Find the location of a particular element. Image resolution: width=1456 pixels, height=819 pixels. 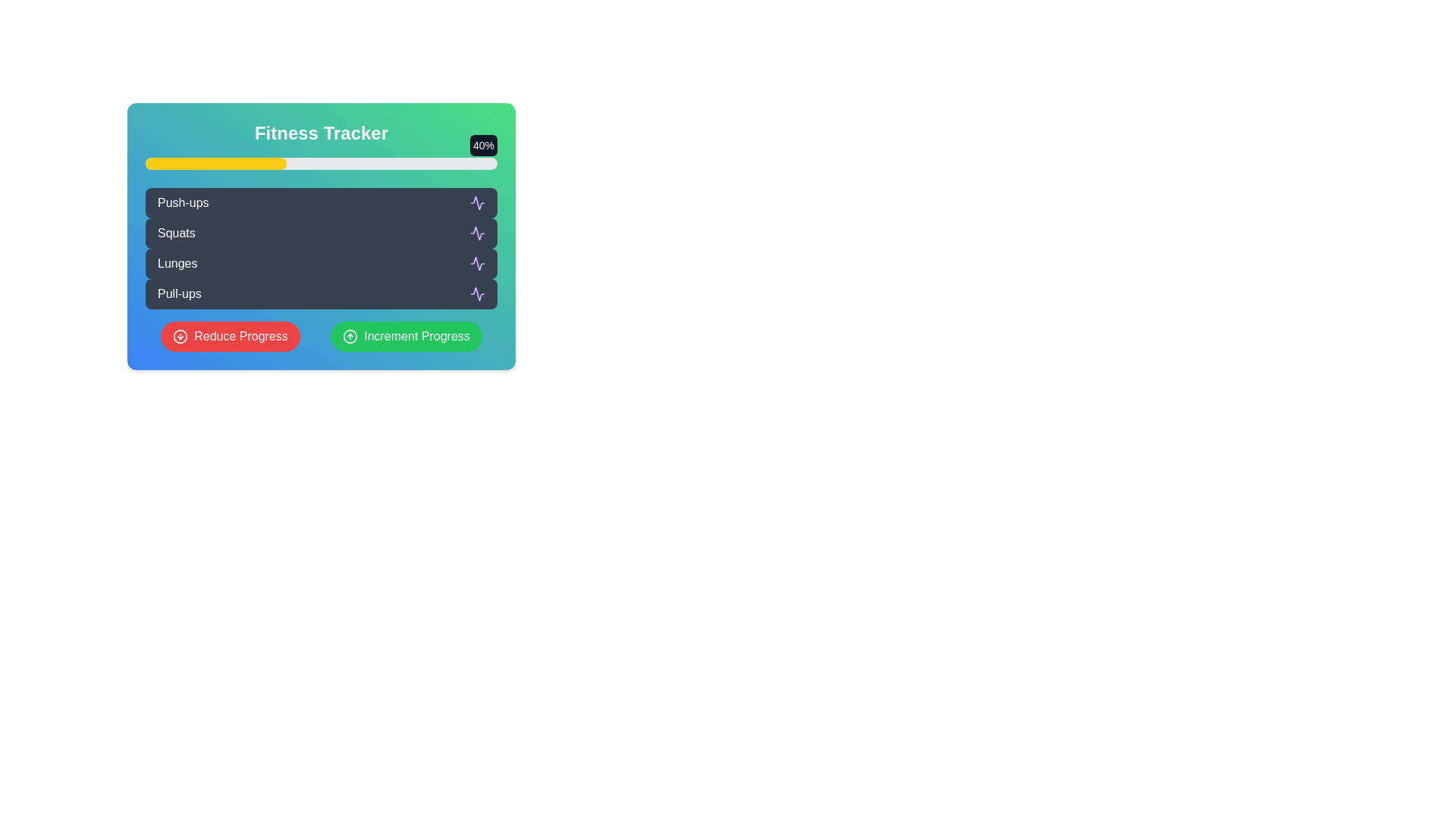

the rightmost icon in the 'Pull-ups' activity row, which serves as an identifier for the activity type in the Fitness Tracker panel is located at coordinates (476, 294).